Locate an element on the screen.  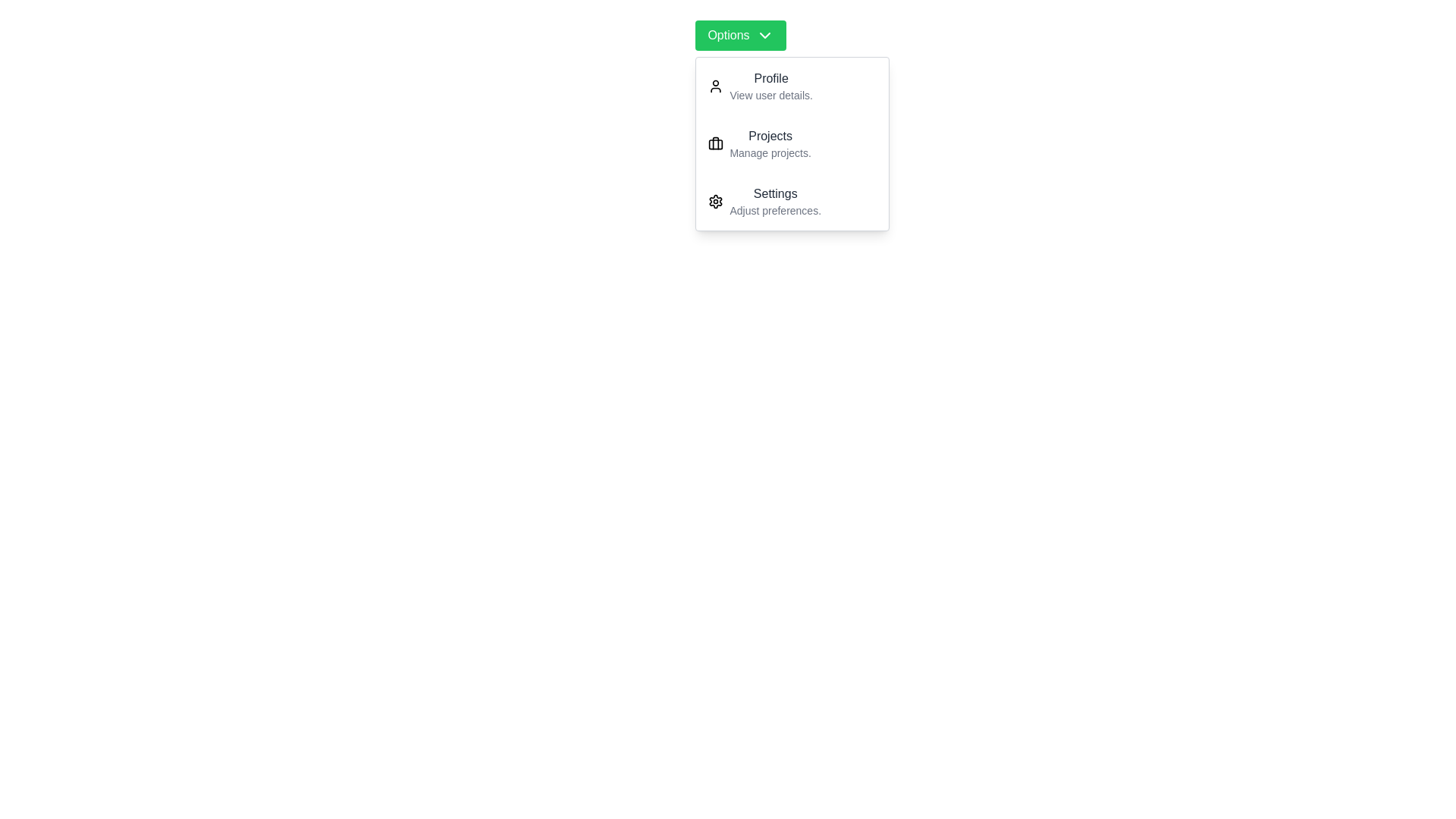
the icon for Settings is located at coordinates (715, 201).